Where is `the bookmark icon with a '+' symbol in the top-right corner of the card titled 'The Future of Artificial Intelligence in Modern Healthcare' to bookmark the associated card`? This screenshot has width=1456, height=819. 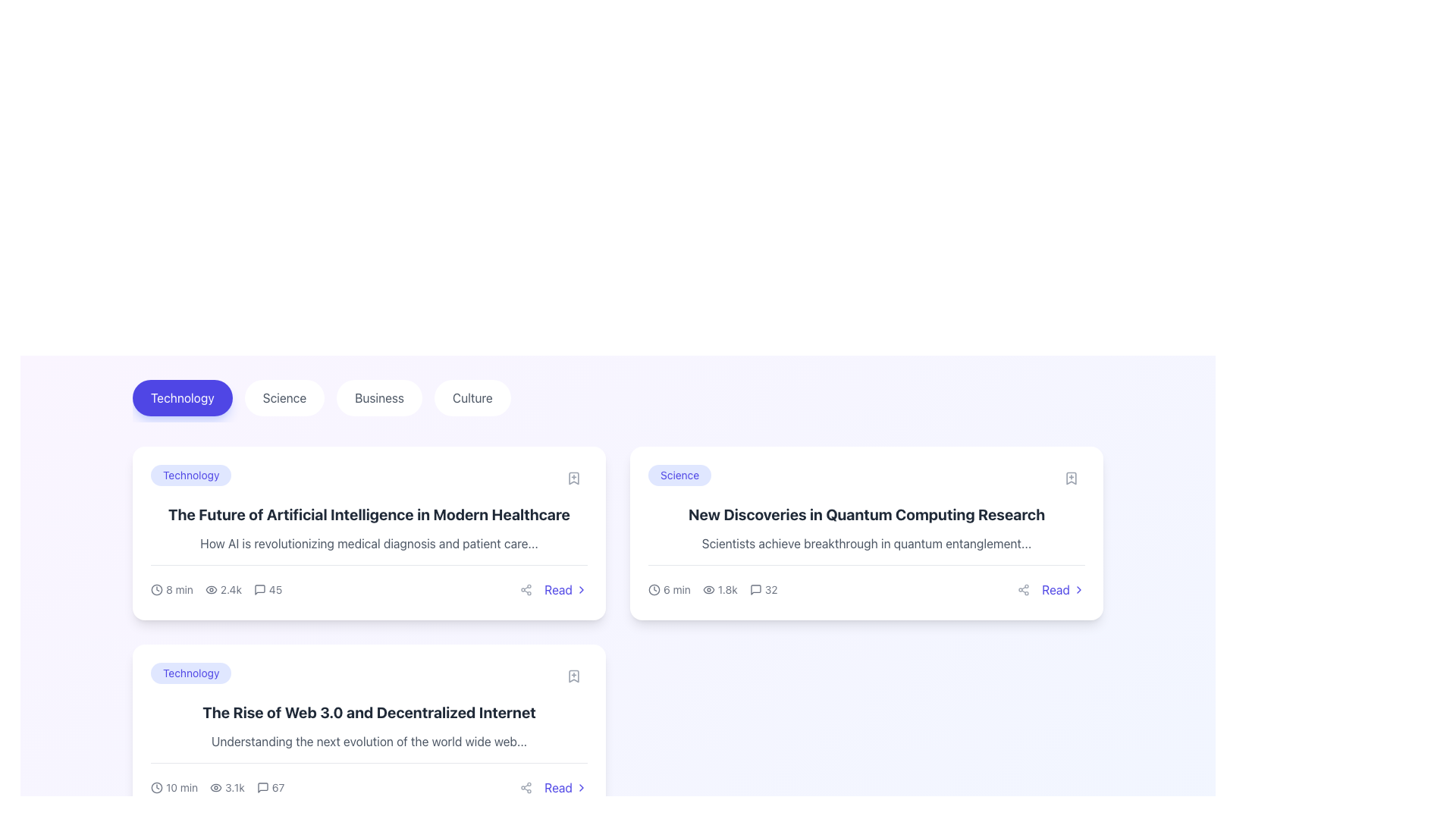
the bookmark icon with a '+' symbol in the top-right corner of the card titled 'The Future of Artificial Intelligence in Modern Healthcare' to bookmark the associated card is located at coordinates (573, 479).